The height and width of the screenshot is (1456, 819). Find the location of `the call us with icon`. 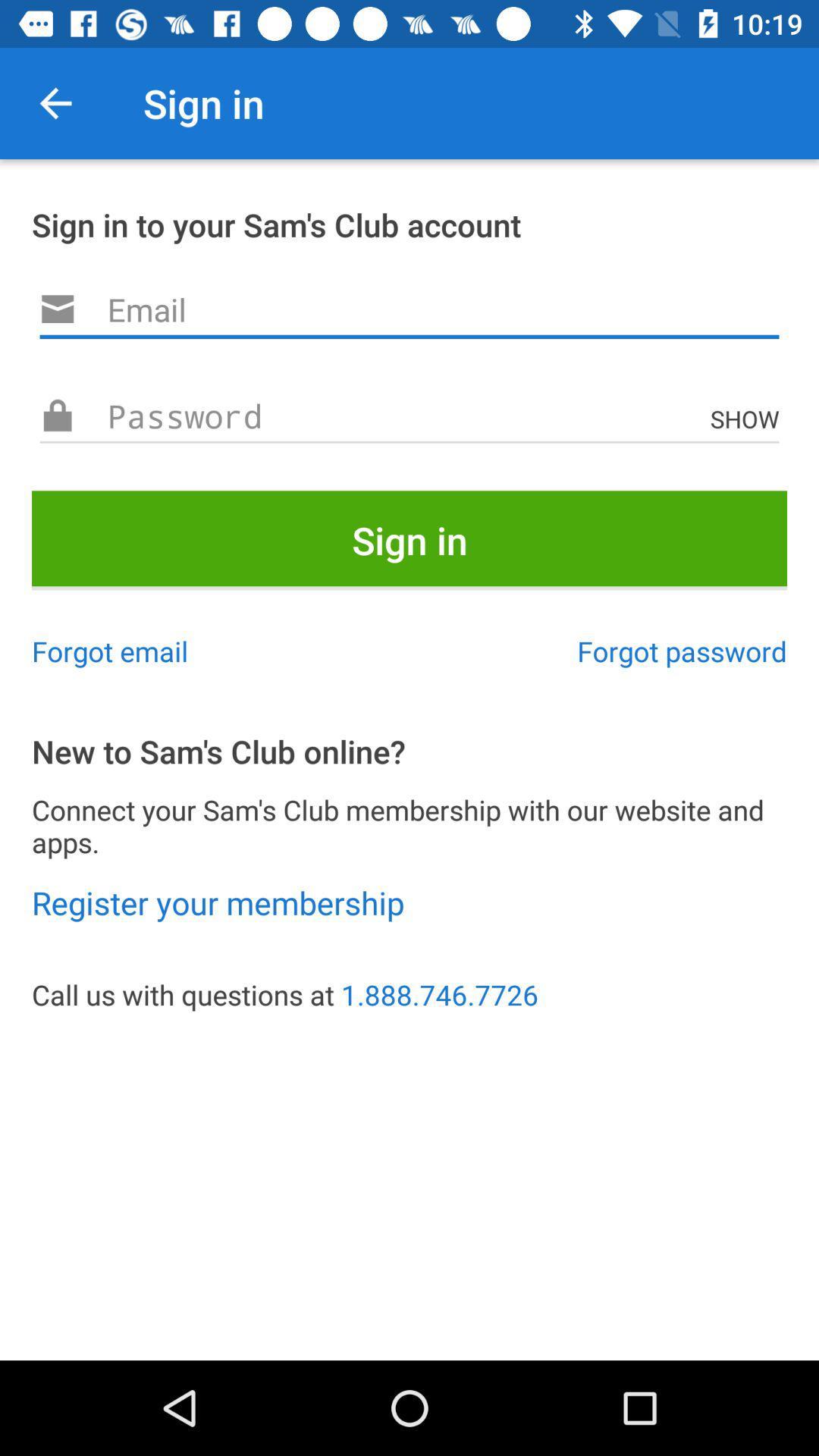

the call us with icon is located at coordinates (409, 994).